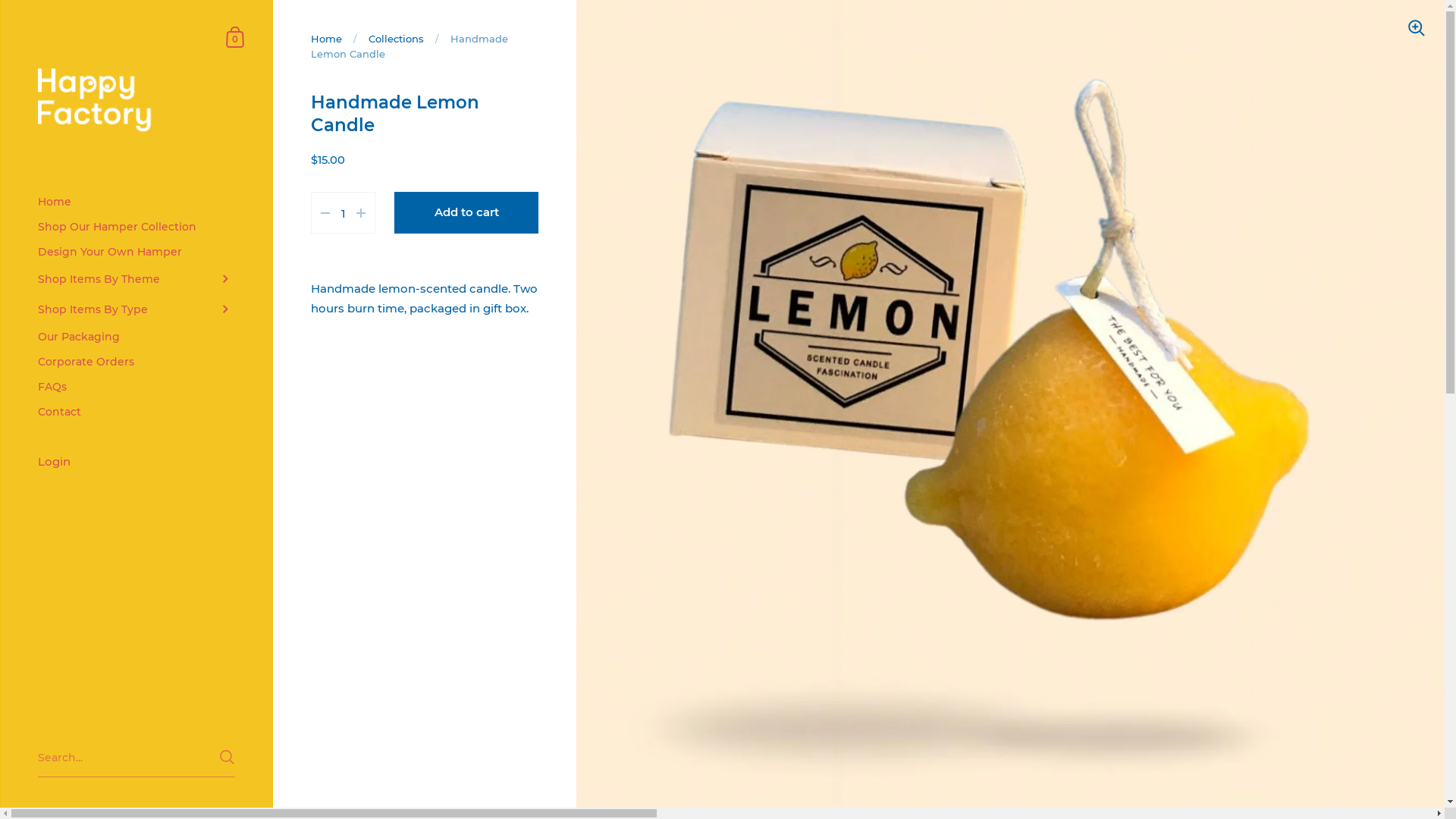 This screenshot has width=1456, height=819. I want to click on 'Corporate Orders', so click(136, 362).